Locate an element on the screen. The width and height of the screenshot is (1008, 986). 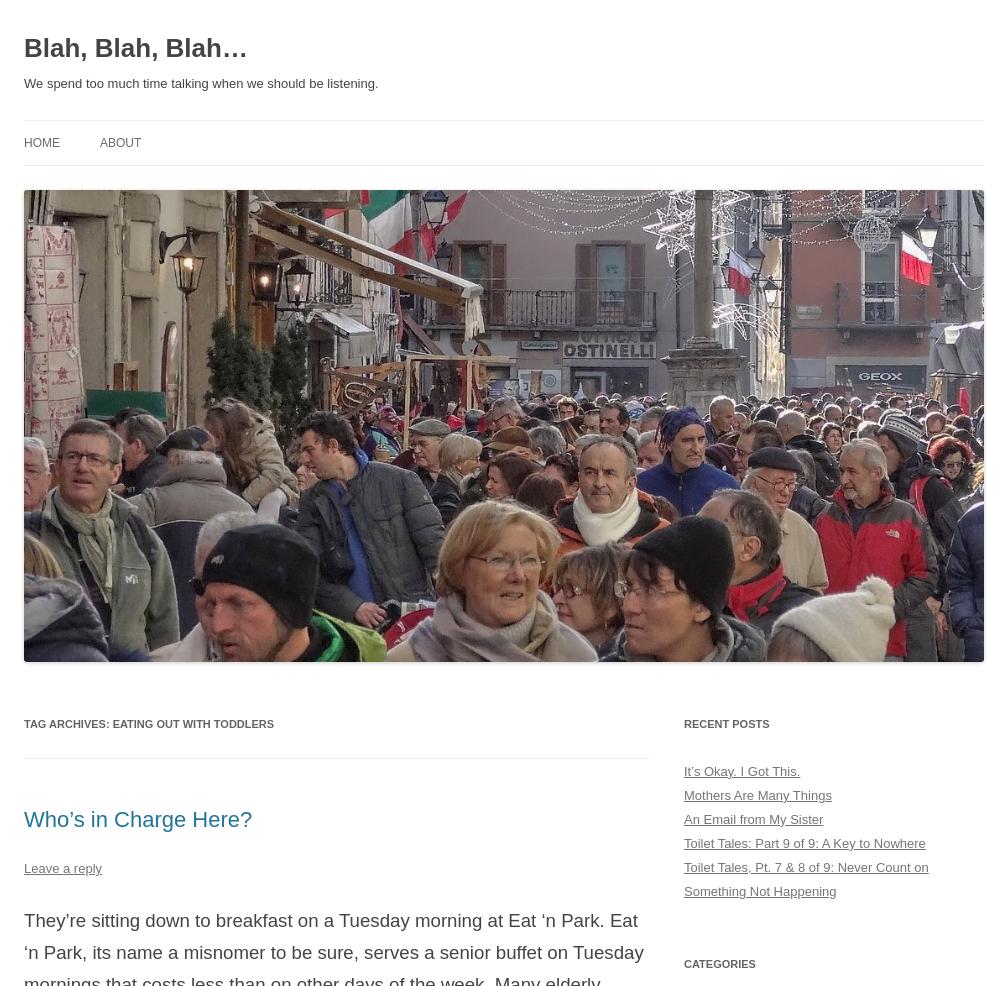
'About' is located at coordinates (99, 142).